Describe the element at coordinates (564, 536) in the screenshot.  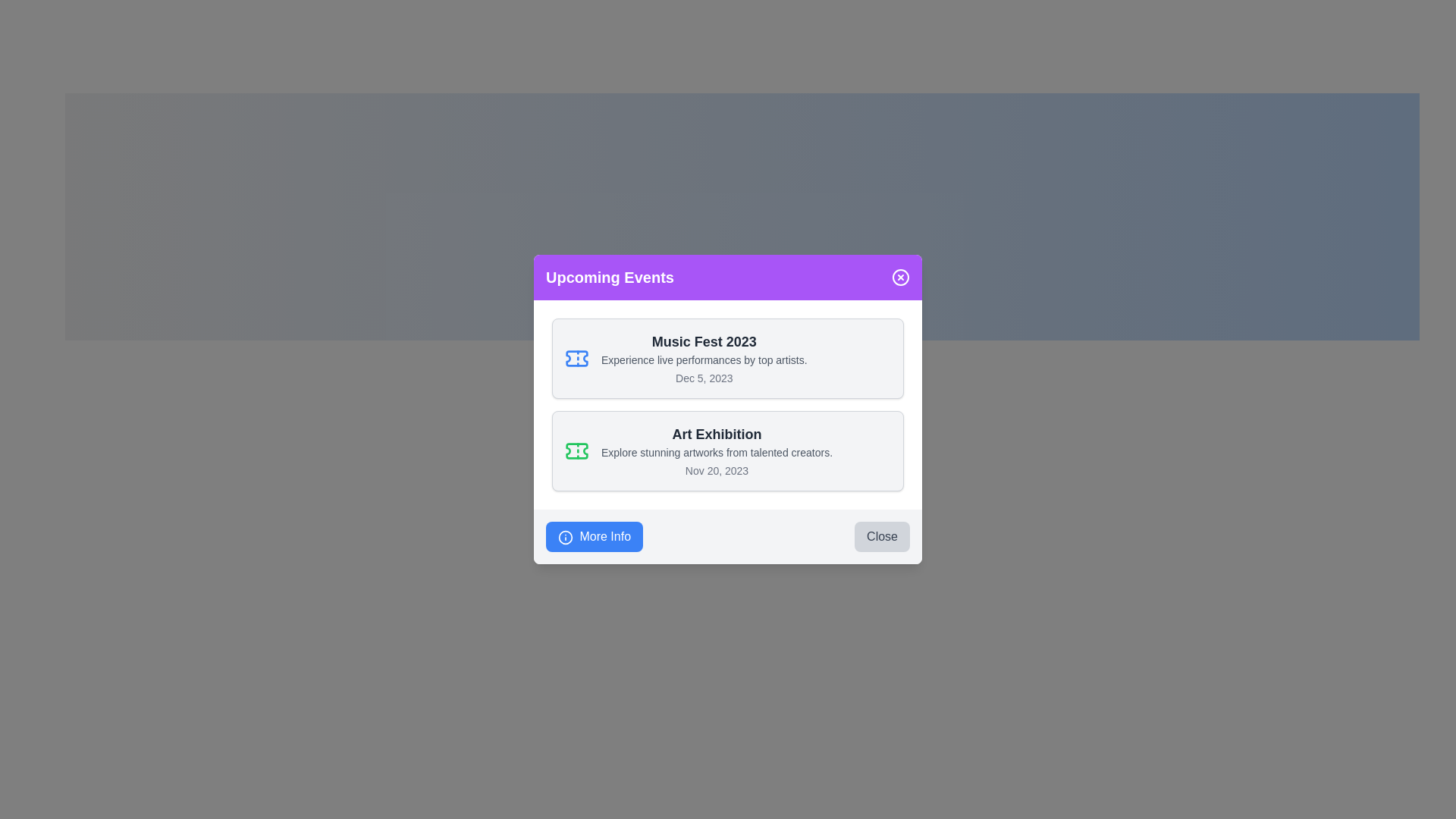
I see `the information icon located within the 'More Info' button at the lower-left side of the popup interface` at that location.